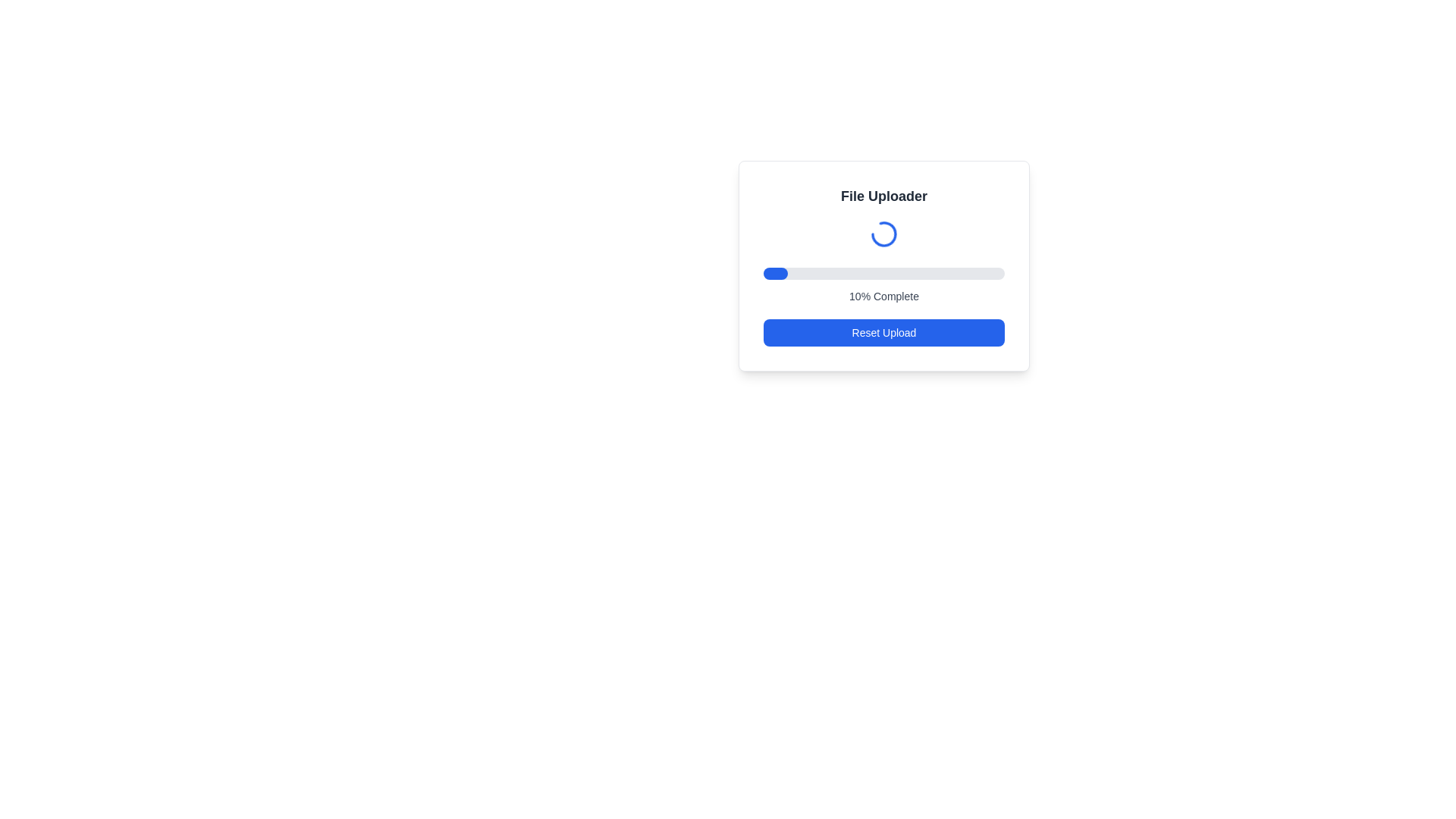 Image resolution: width=1456 pixels, height=819 pixels. What do you see at coordinates (884, 332) in the screenshot?
I see `the reset/cancel button located at the bottom of the file uploader interface` at bounding box center [884, 332].